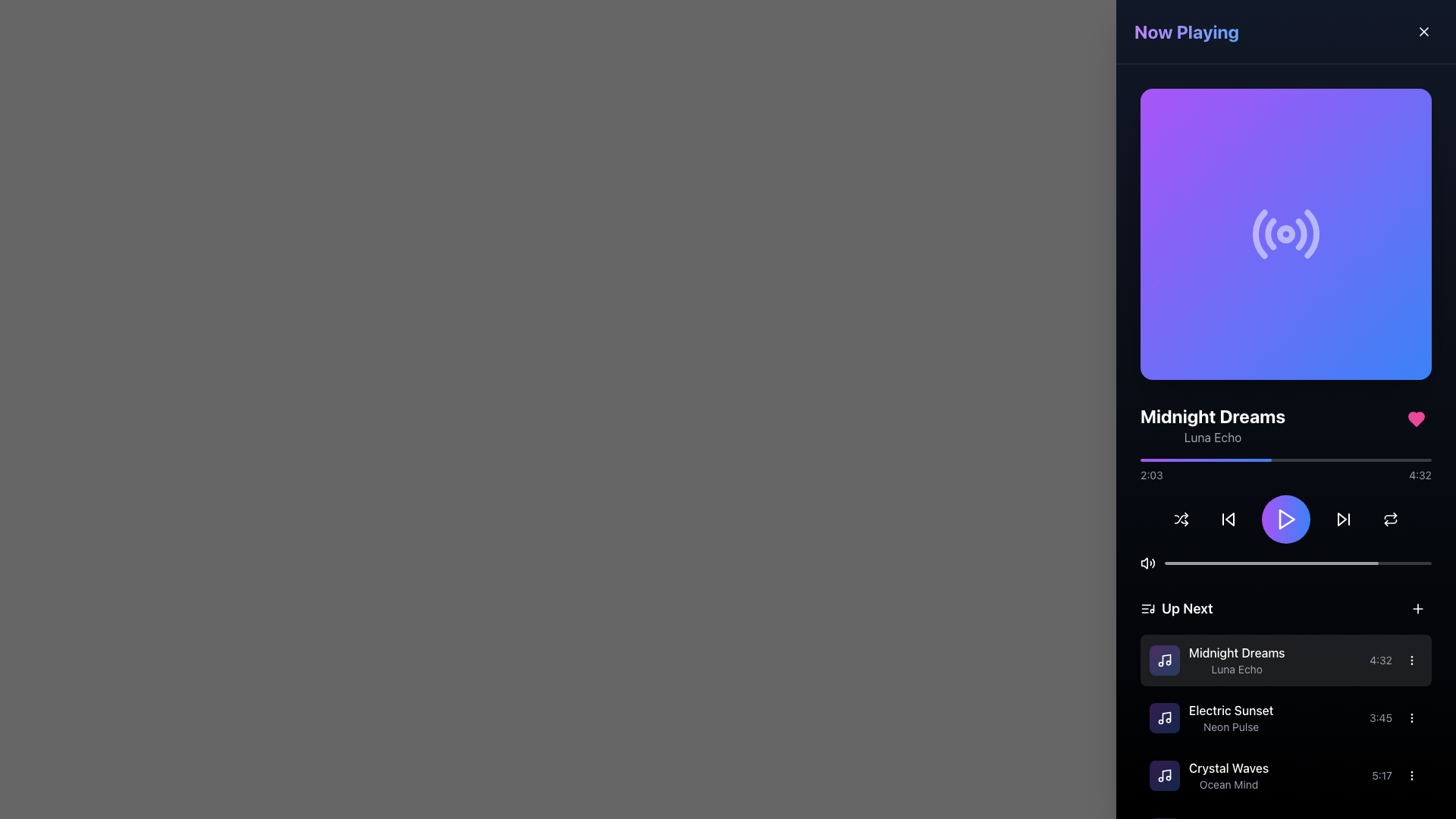 This screenshot has width=1456, height=819. What do you see at coordinates (1390, 519) in the screenshot?
I see `the circular icon button featuring a looping arrow motif` at bounding box center [1390, 519].